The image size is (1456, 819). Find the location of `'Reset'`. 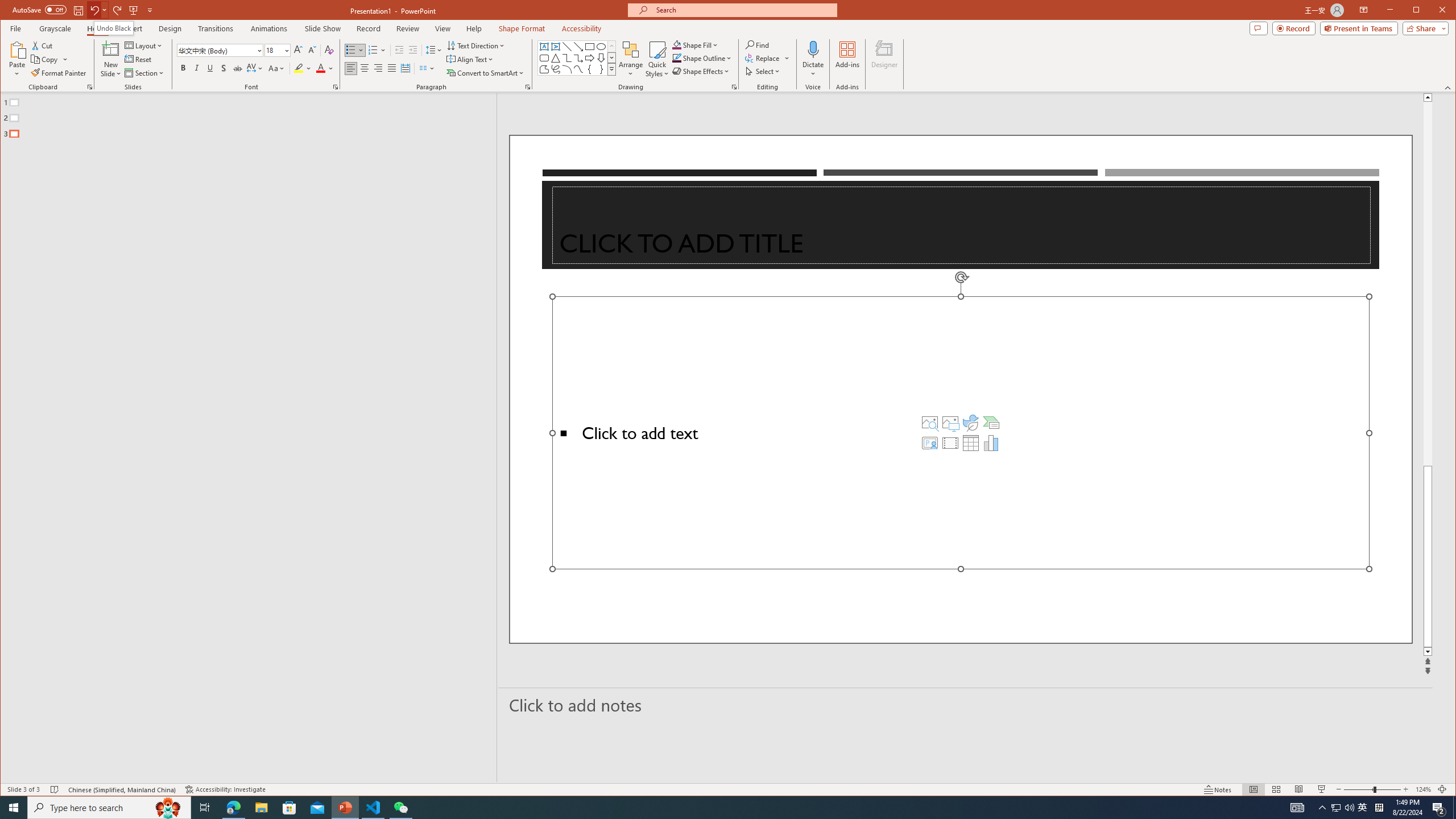

'Reset' is located at coordinates (139, 59).